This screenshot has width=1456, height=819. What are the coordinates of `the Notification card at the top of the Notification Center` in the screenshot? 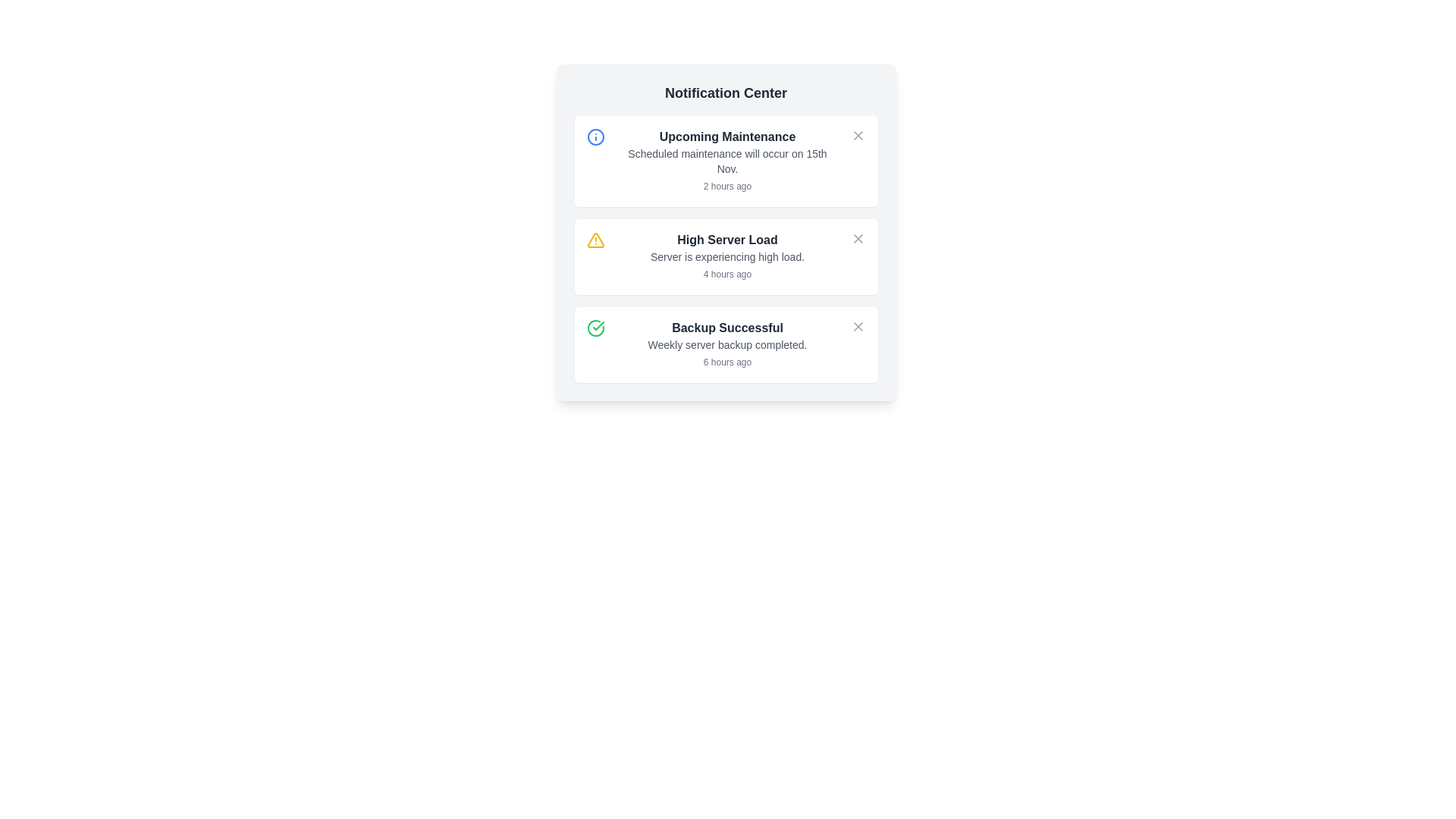 It's located at (726, 161).